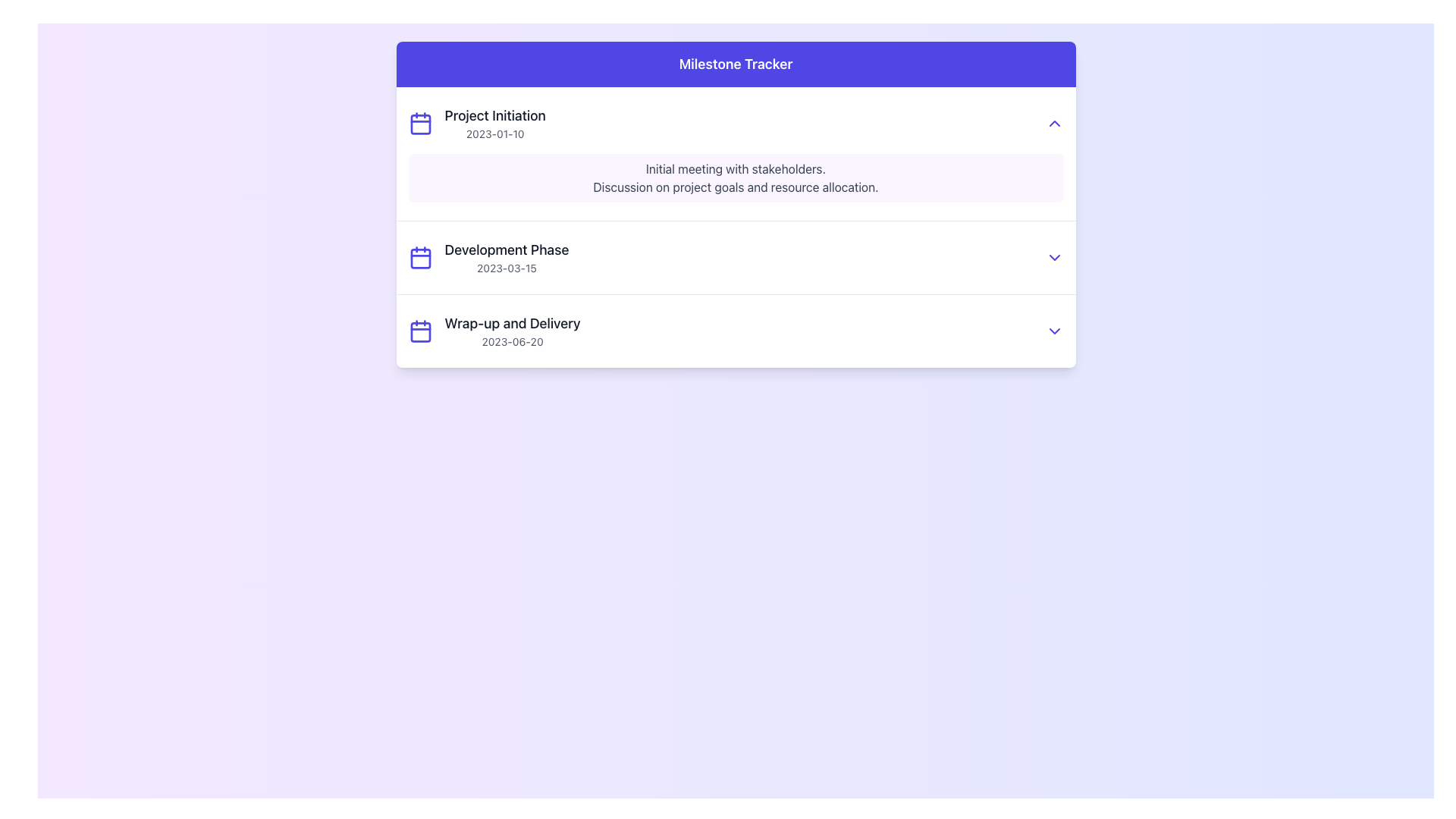 The width and height of the screenshot is (1456, 819). Describe the element at coordinates (513, 342) in the screenshot. I see `the text label displaying '2023-06-20' which is styled in a subtle gray color and located beneath the 'Wrap-up and Delivery' title` at that location.